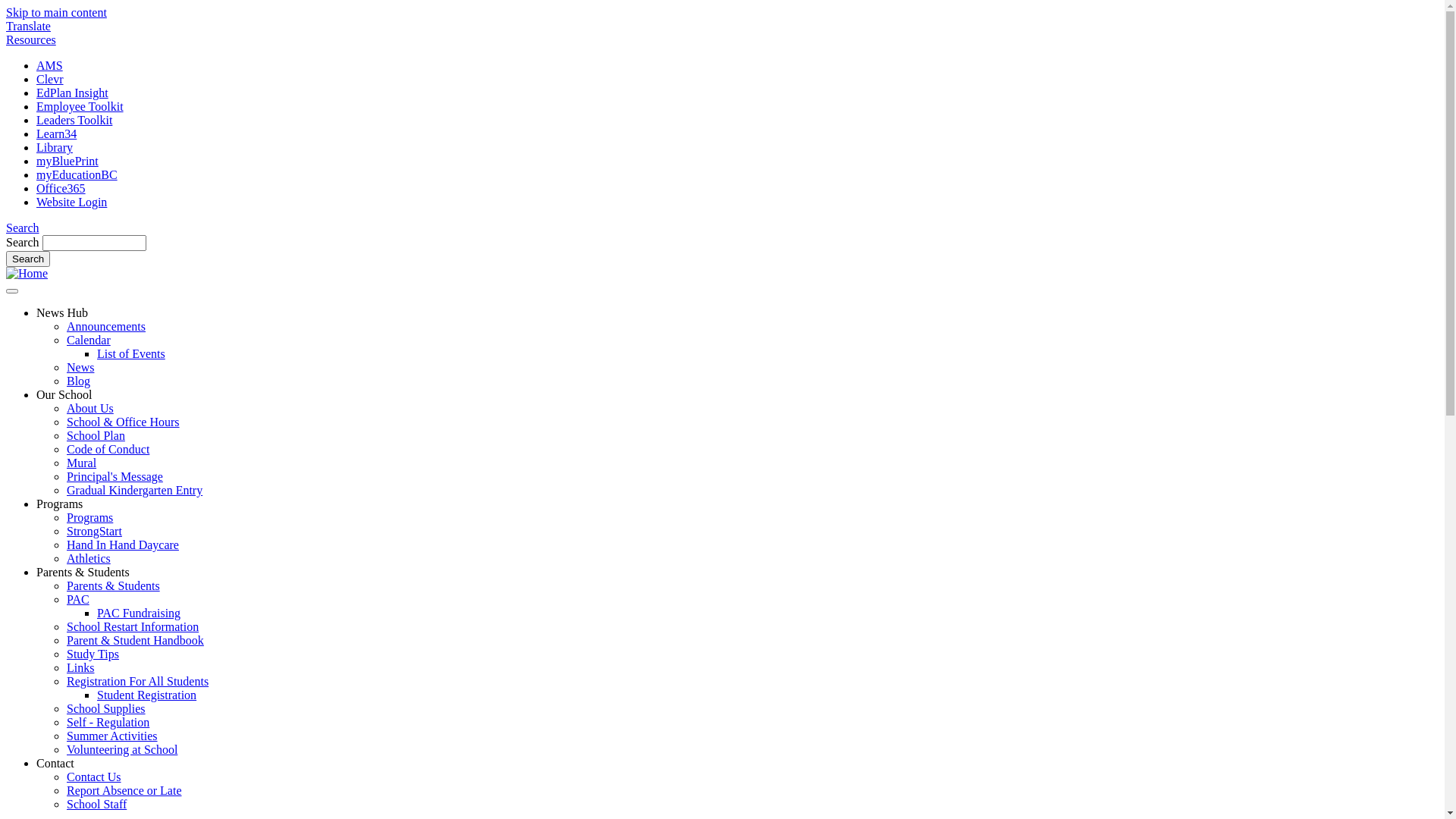 The width and height of the screenshot is (1456, 819). Describe the element at coordinates (130, 353) in the screenshot. I see `'List of Events'` at that location.